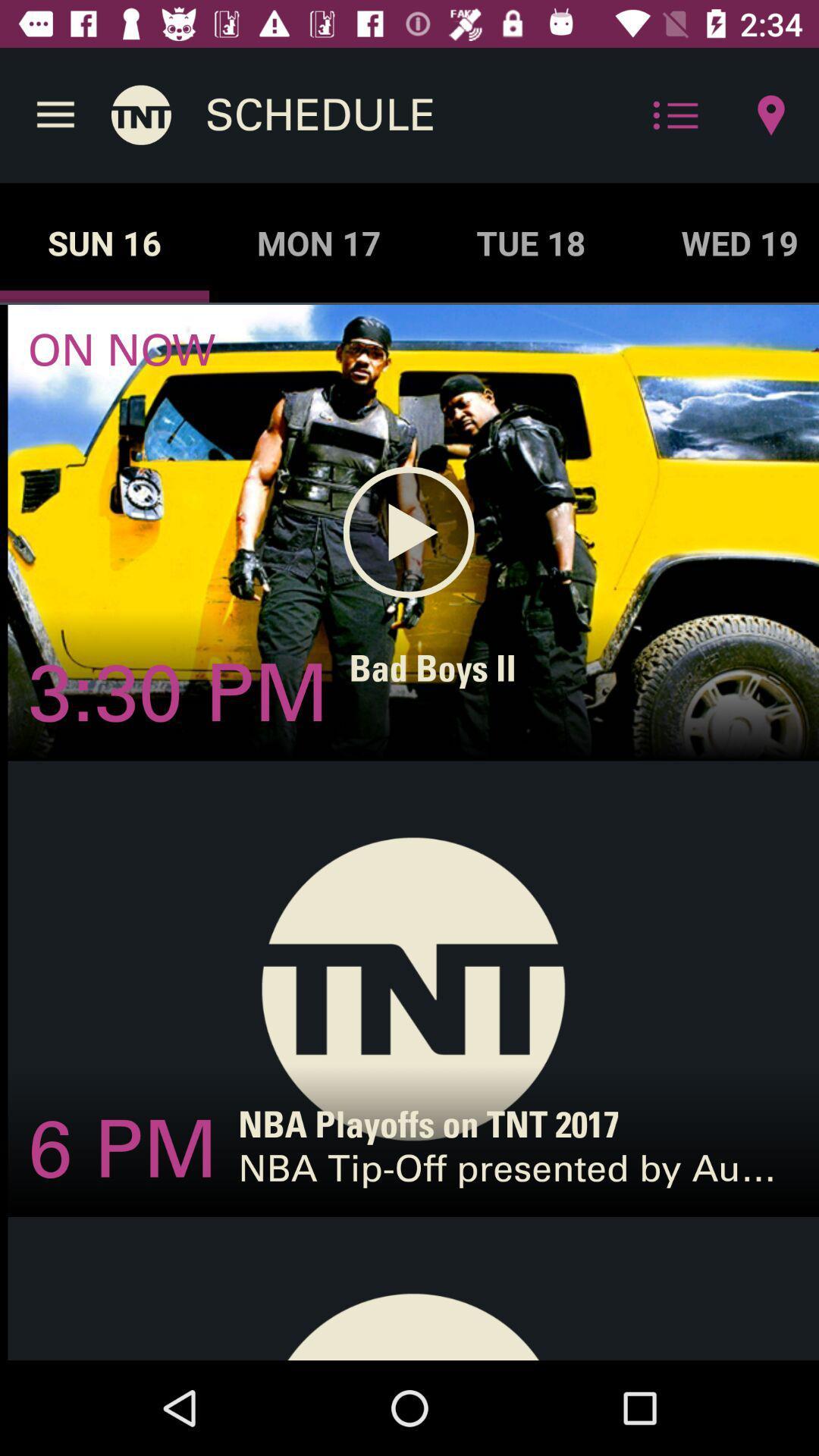 The width and height of the screenshot is (819, 1456). What do you see at coordinates (771, 115) in the screenshot?
I see `location icon` at bounding box center [771, 115].